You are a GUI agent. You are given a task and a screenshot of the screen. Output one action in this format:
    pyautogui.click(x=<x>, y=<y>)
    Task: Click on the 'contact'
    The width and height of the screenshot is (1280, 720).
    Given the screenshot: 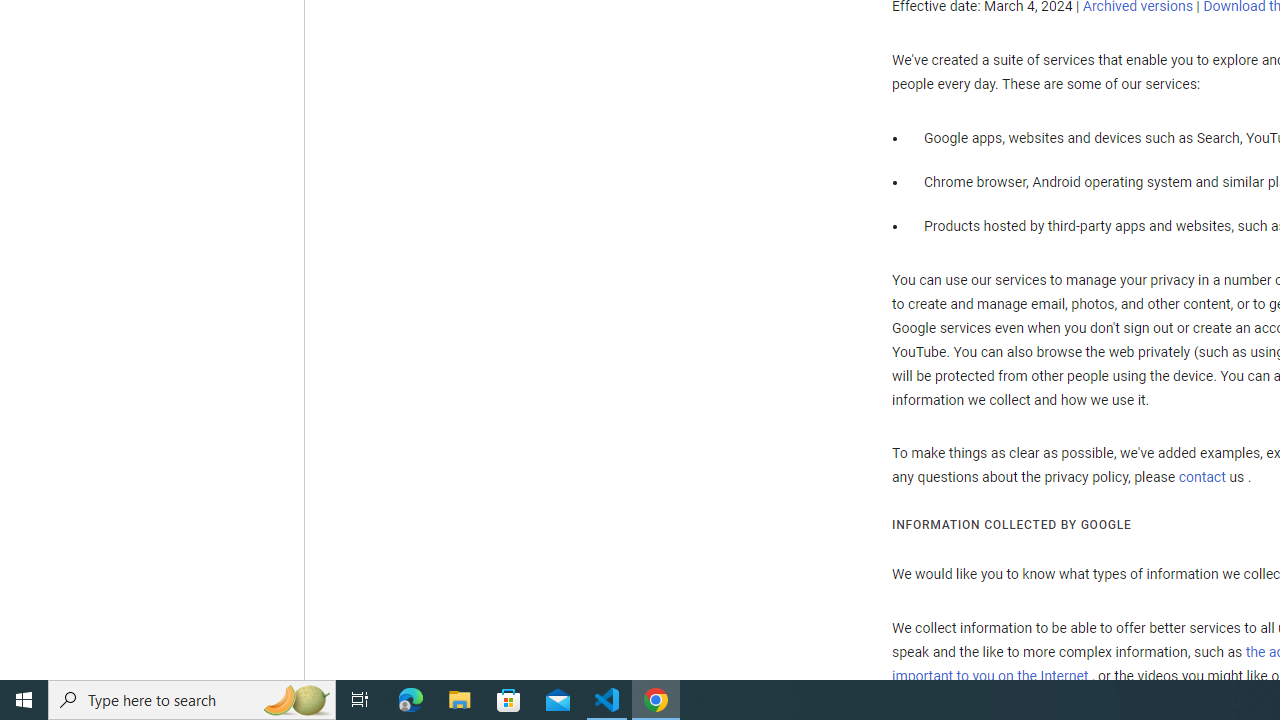 What is the action you would take?
    pyautogui.click(x=1200, y=477)
    